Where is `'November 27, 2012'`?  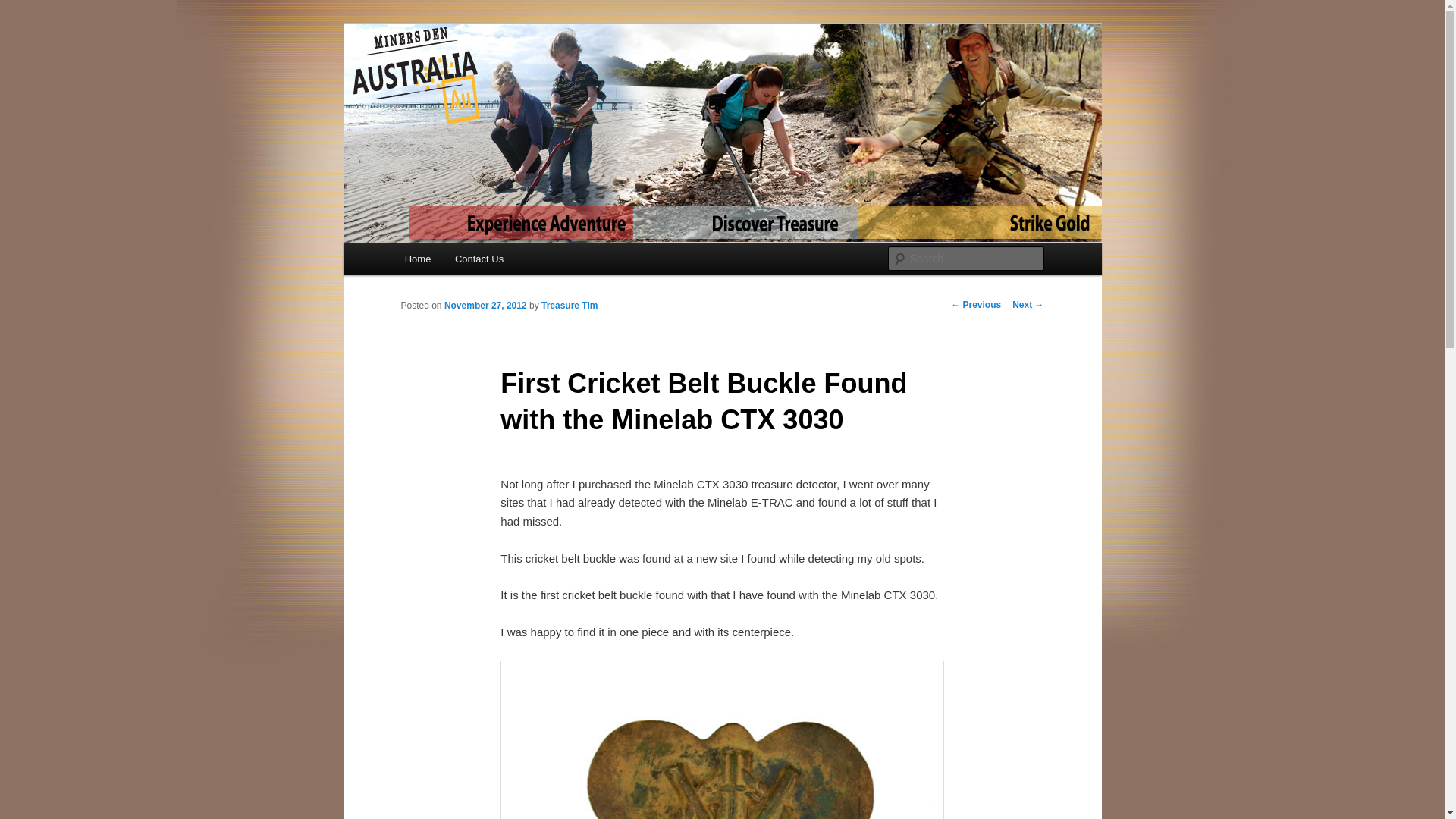 'November 27, 2012' is located at coordinates (443, 305).